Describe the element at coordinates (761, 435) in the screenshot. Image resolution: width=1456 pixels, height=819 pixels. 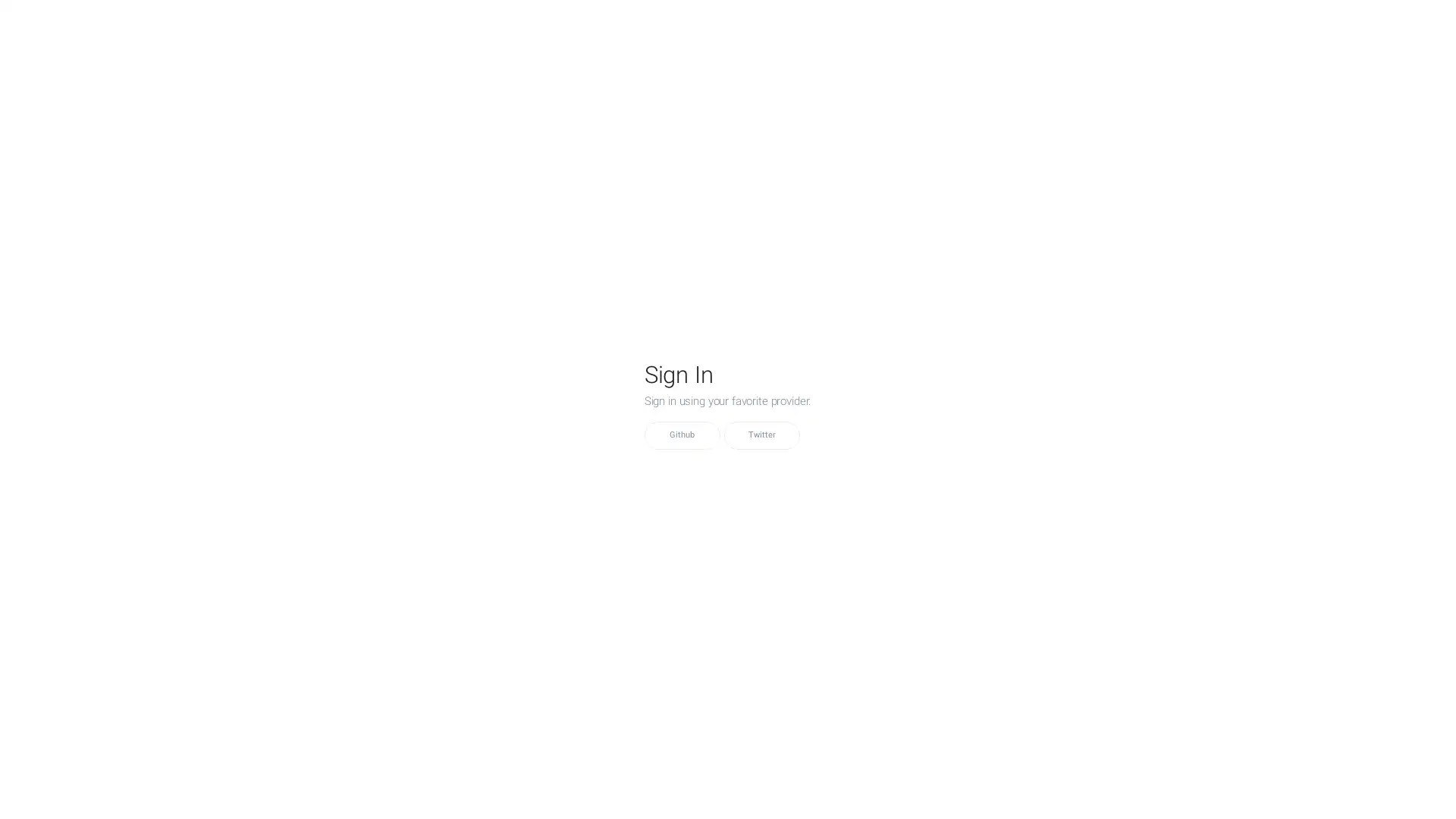
I see `Twitter` at that location.